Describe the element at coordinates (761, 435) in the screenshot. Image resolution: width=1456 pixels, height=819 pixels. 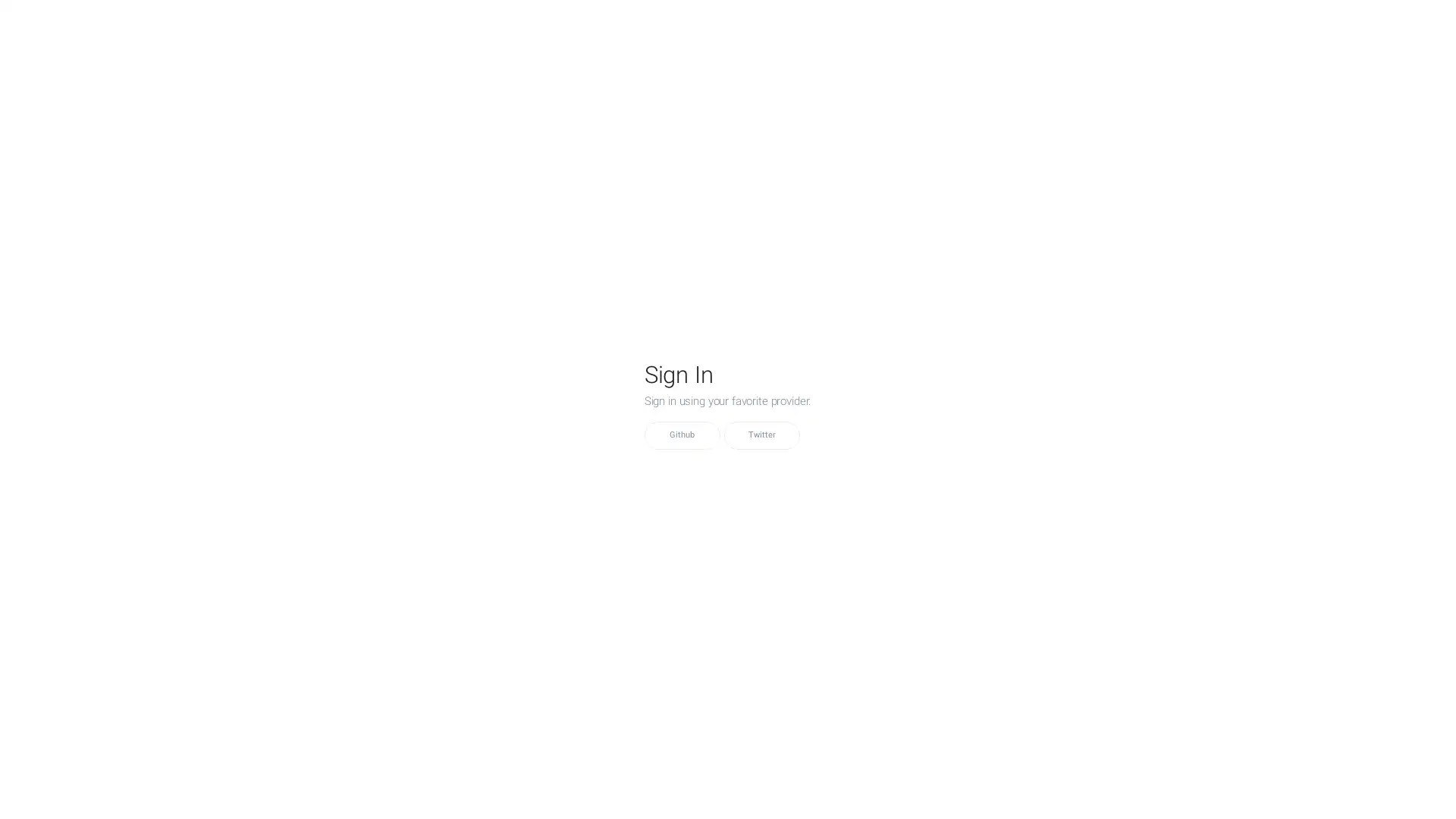
I see `Twitter` at that location.